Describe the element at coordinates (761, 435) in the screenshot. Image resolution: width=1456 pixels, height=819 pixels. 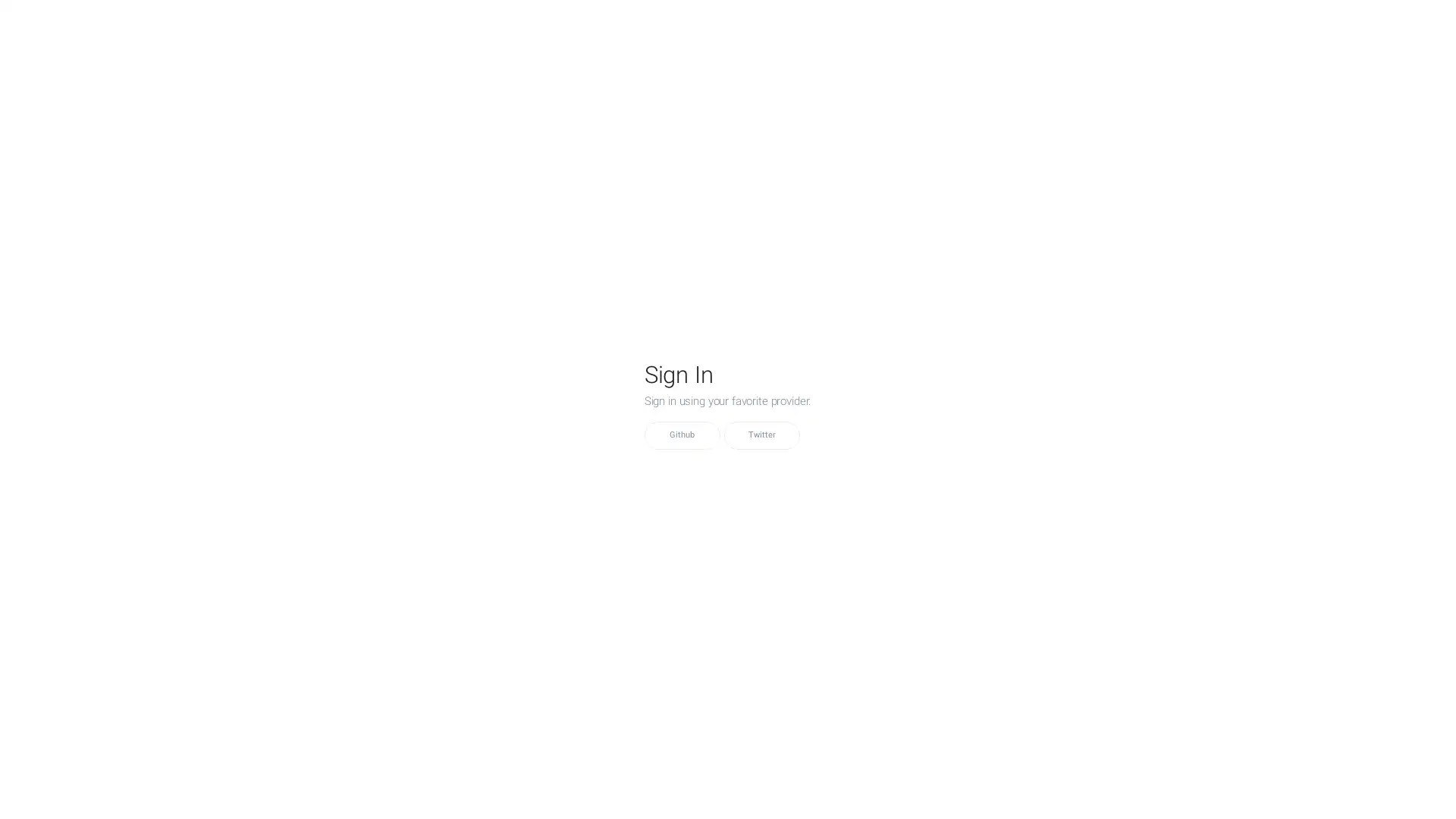
I see `Twitter` at that location.